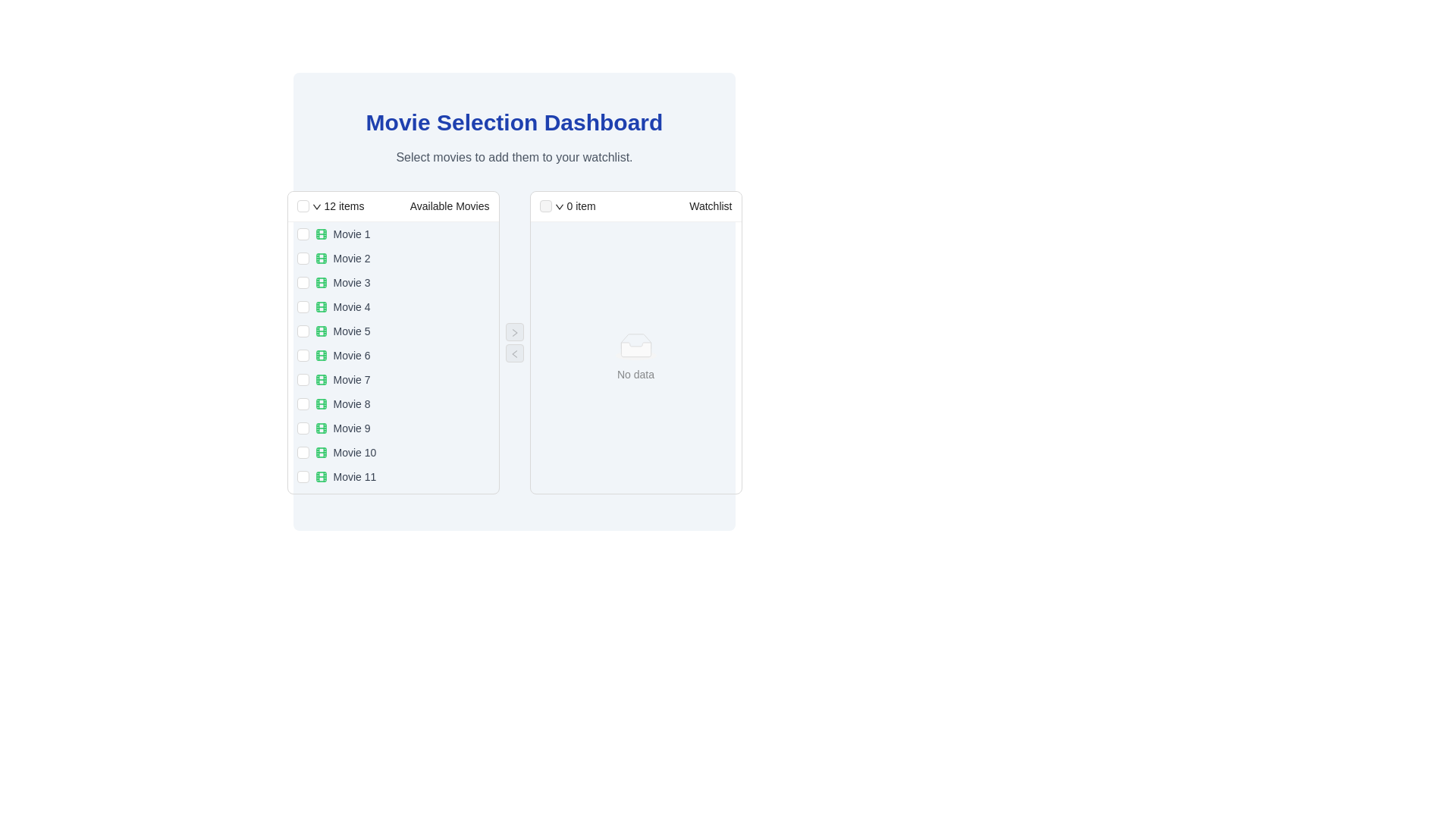 The image size is (1456, 819). Describe the element at coordinates (303, 403) in the screenshot. I see `on the checkbox for 'Movie 8' in the Movie Selection Dashboard` at that location.